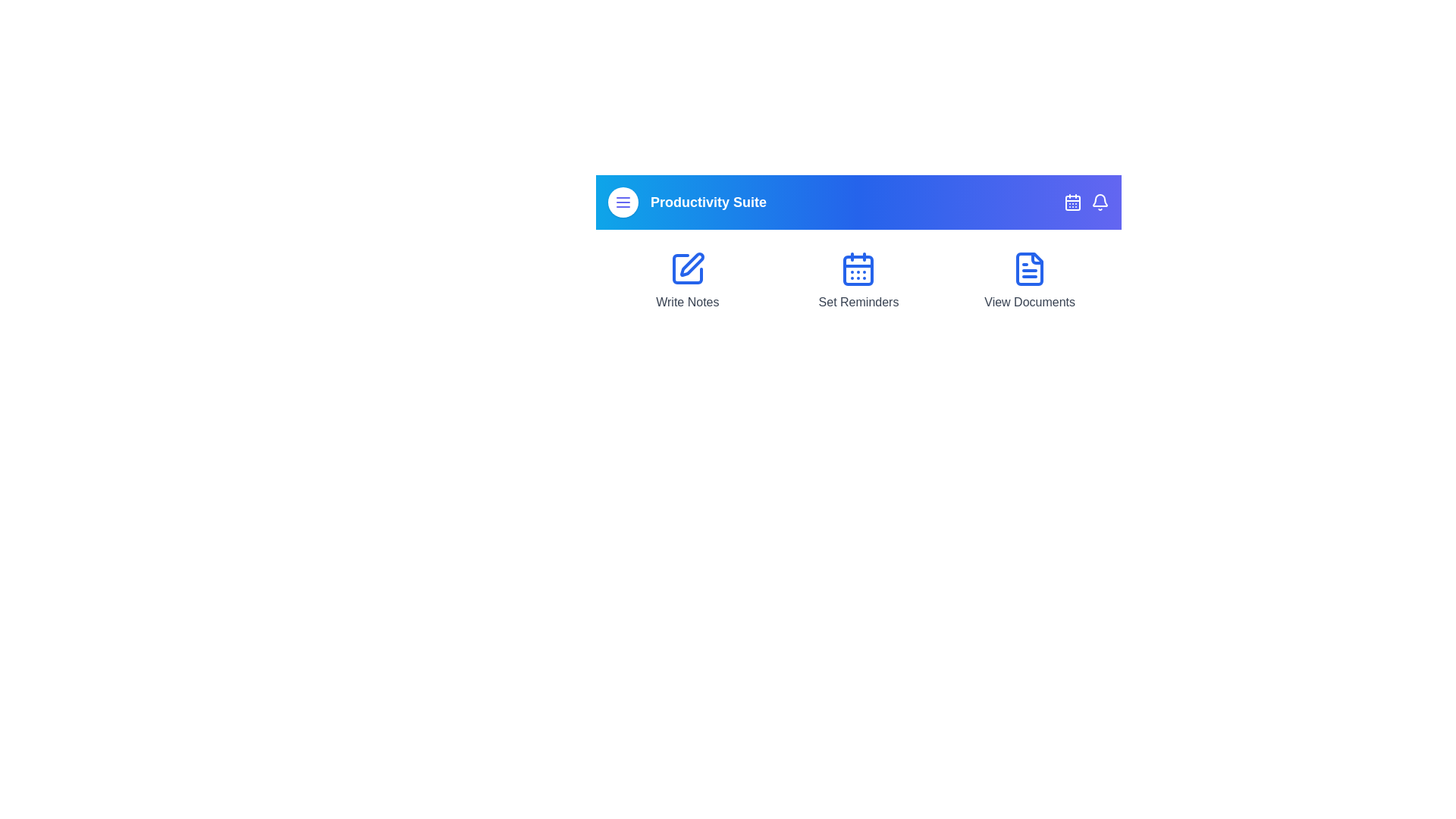  Describe the element at coordinates (1030, 281) in the screenshot. I see `the 'View Documents' button` at that location.